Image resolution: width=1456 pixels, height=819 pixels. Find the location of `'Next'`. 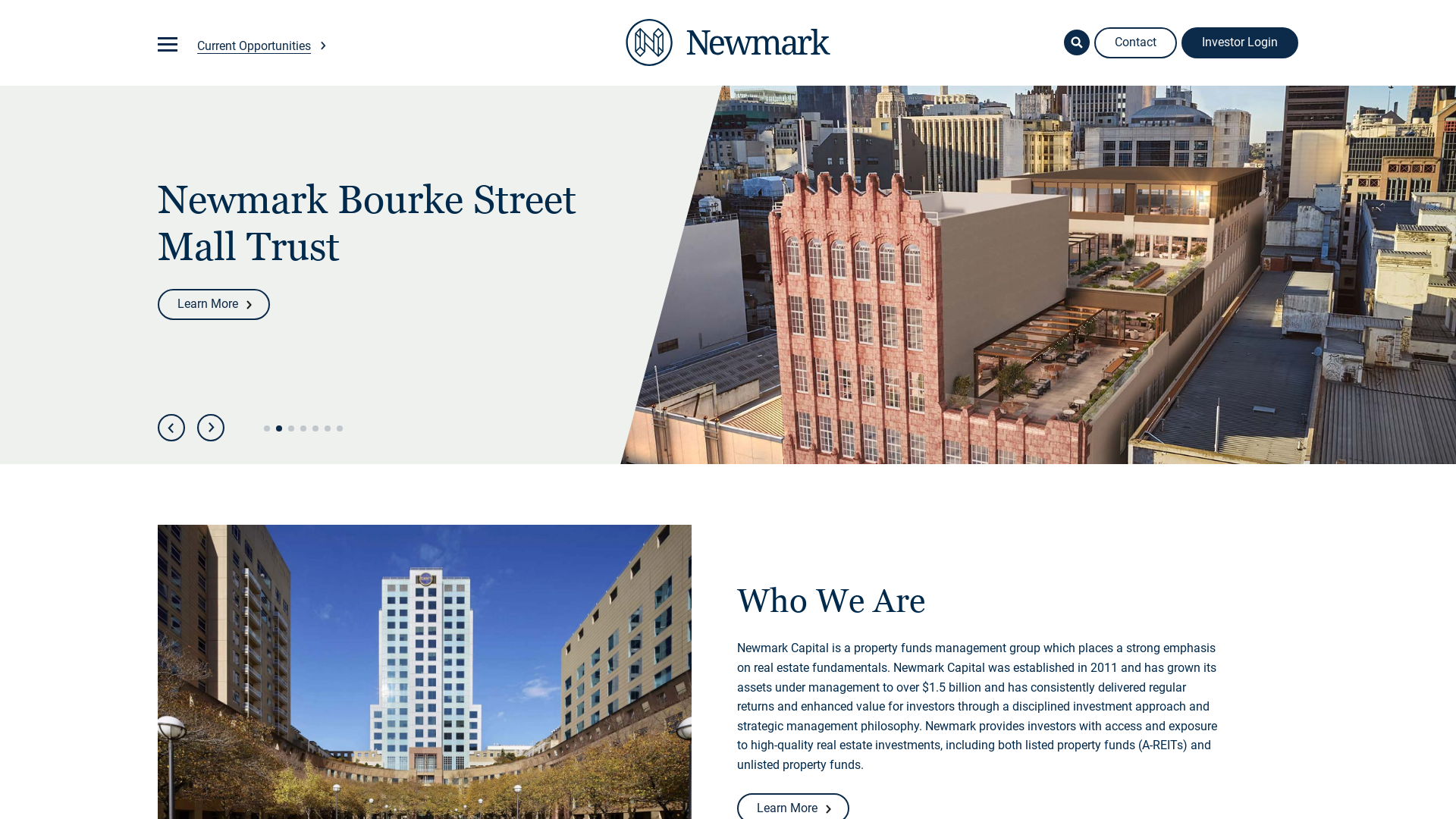

'Next' is located at coordinates (210, 427).